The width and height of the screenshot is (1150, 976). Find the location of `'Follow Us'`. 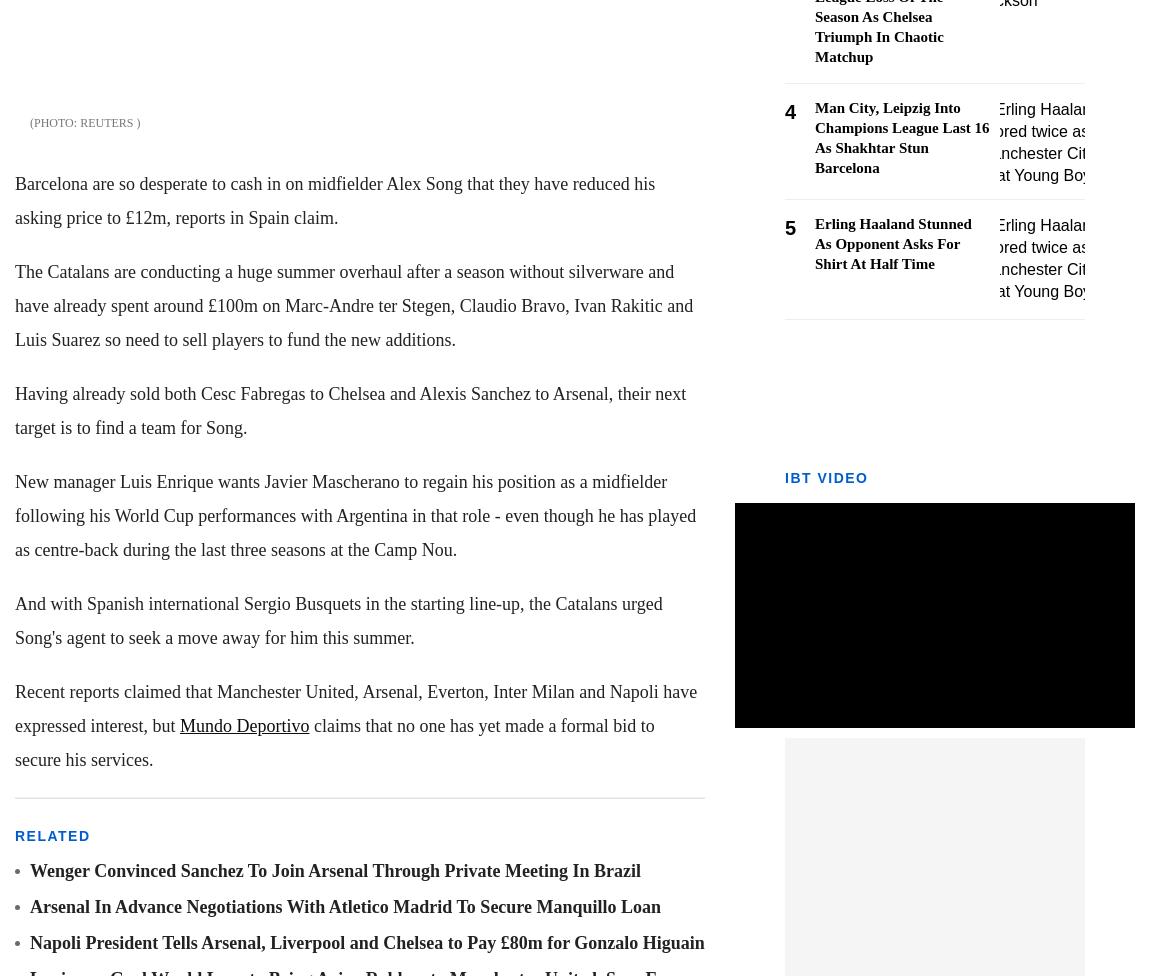

'Follow Us' is located at coordinates (198, 710).